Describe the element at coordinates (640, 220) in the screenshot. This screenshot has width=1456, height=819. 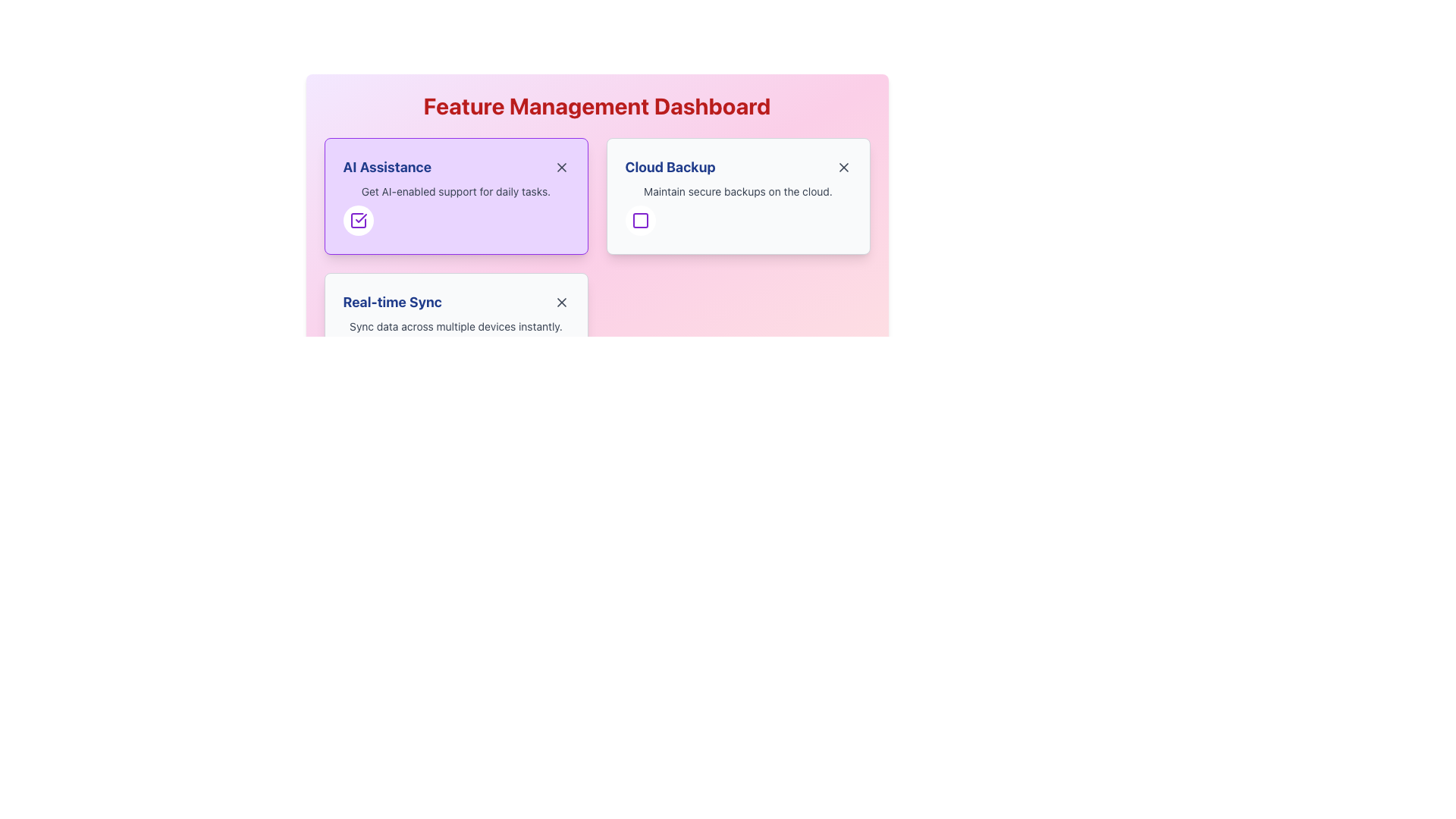
I see `the square-shaped icon with a purple border and rounded corners located within the 'Cloud Backup' section of the 'Feature Management Dashboard'` at that location.